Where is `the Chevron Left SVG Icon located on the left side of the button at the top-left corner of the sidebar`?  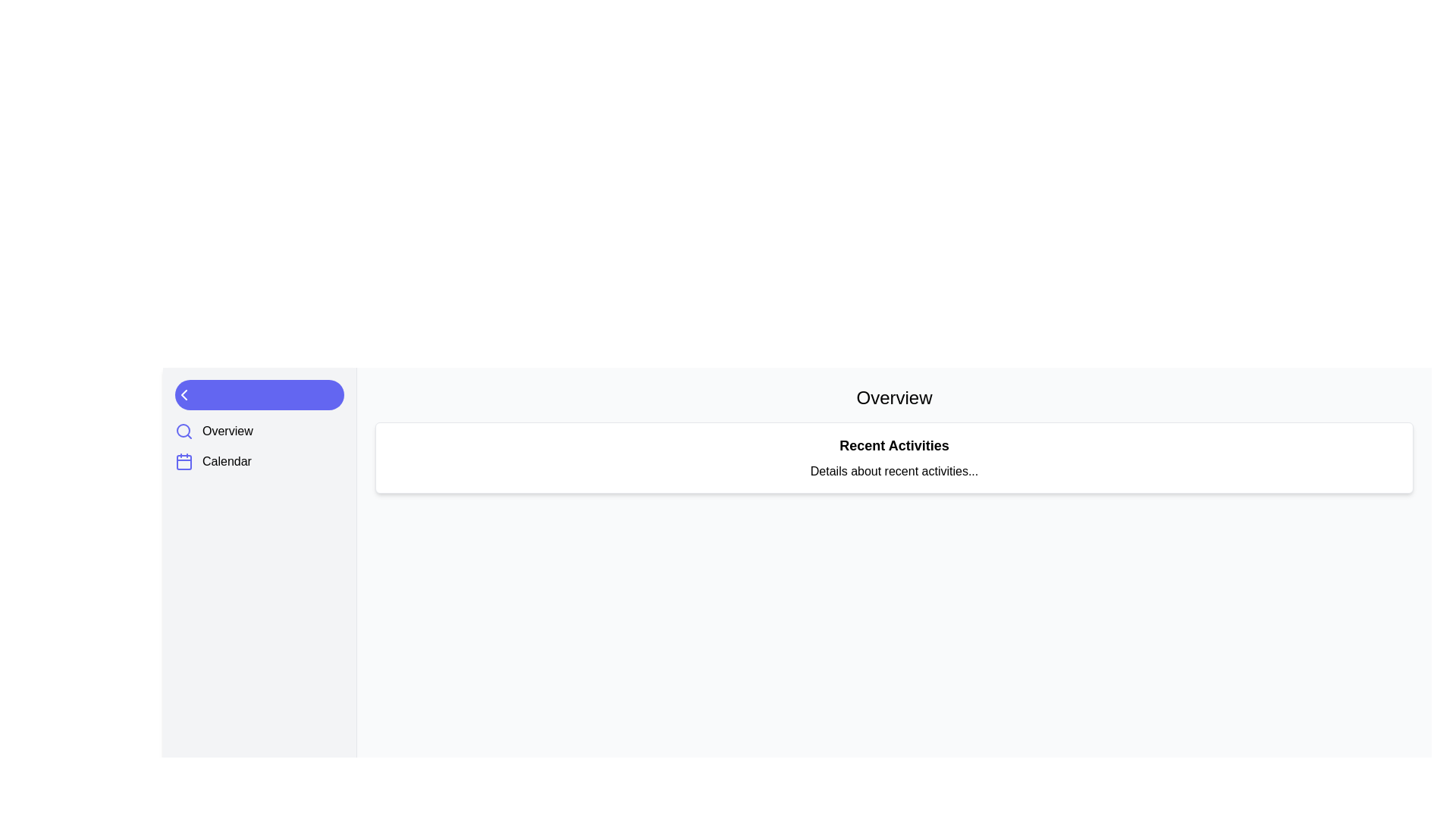 the Chevron Left SVG Icon located on the left side of the button at the top-left corner of the sidebar is located at coordinates (184, 394).